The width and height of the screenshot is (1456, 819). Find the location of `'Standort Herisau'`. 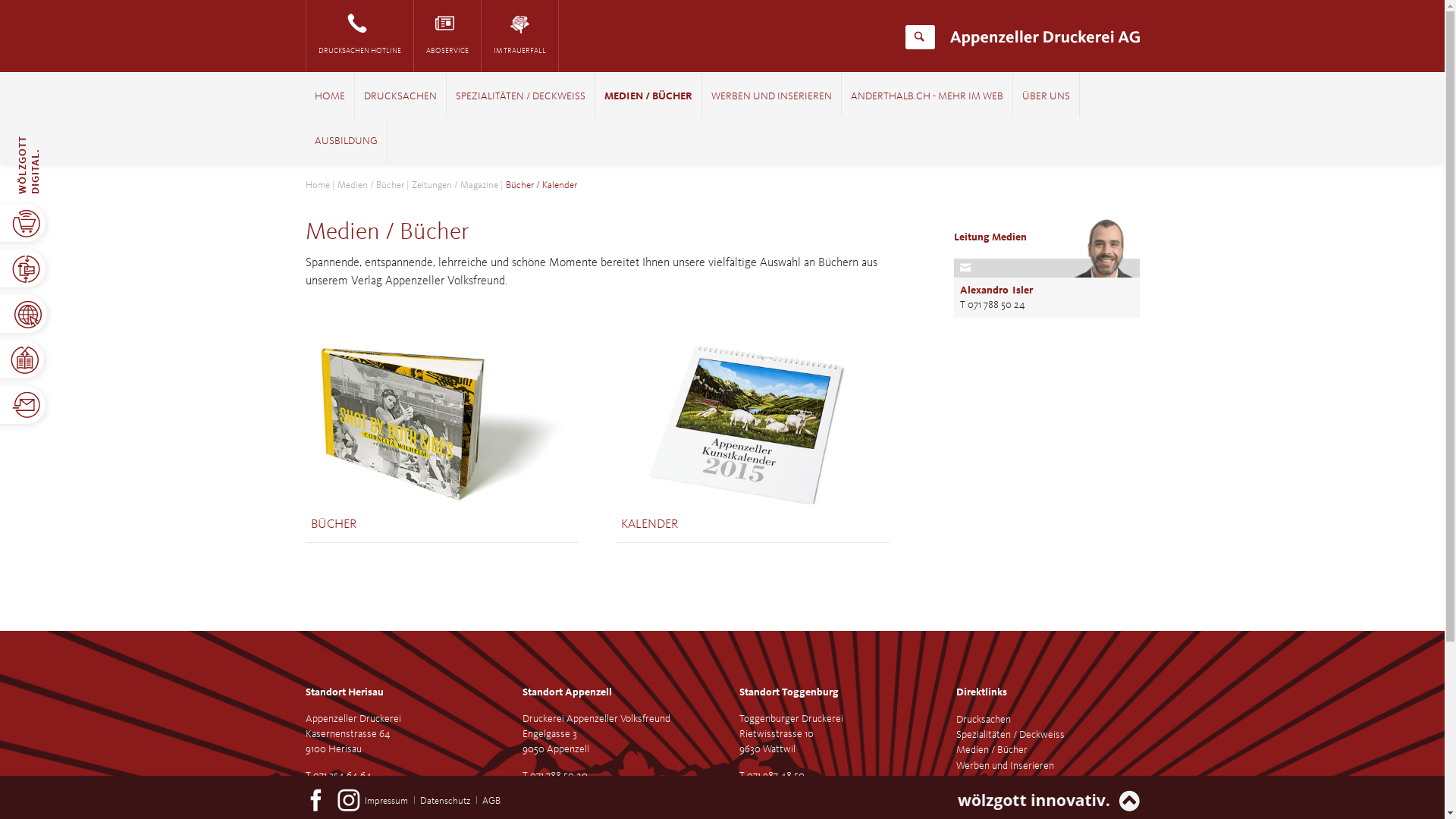

'Standort Herisau' is located at coordinates (343, 692).